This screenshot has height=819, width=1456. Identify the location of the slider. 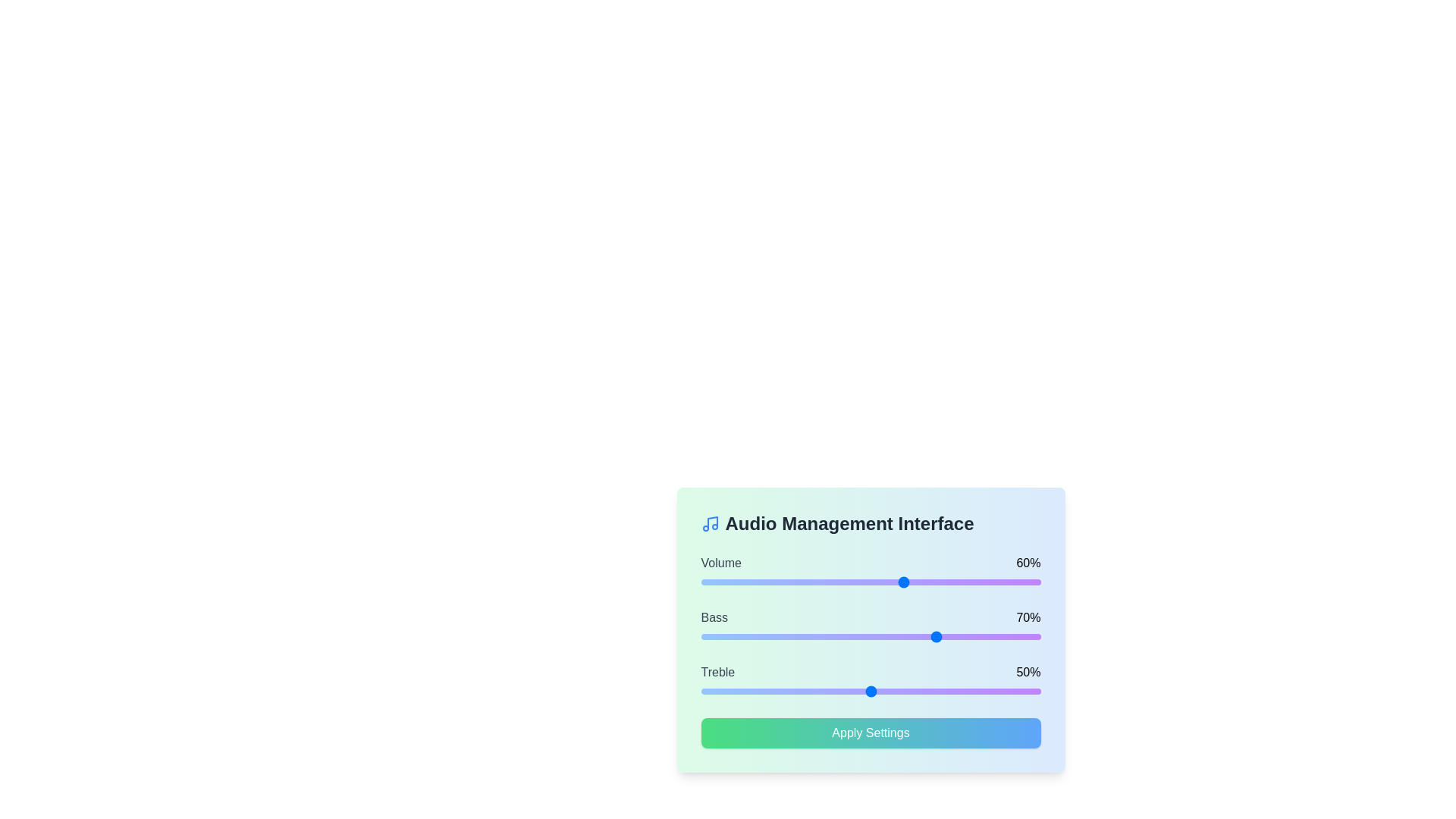
(927, 637).